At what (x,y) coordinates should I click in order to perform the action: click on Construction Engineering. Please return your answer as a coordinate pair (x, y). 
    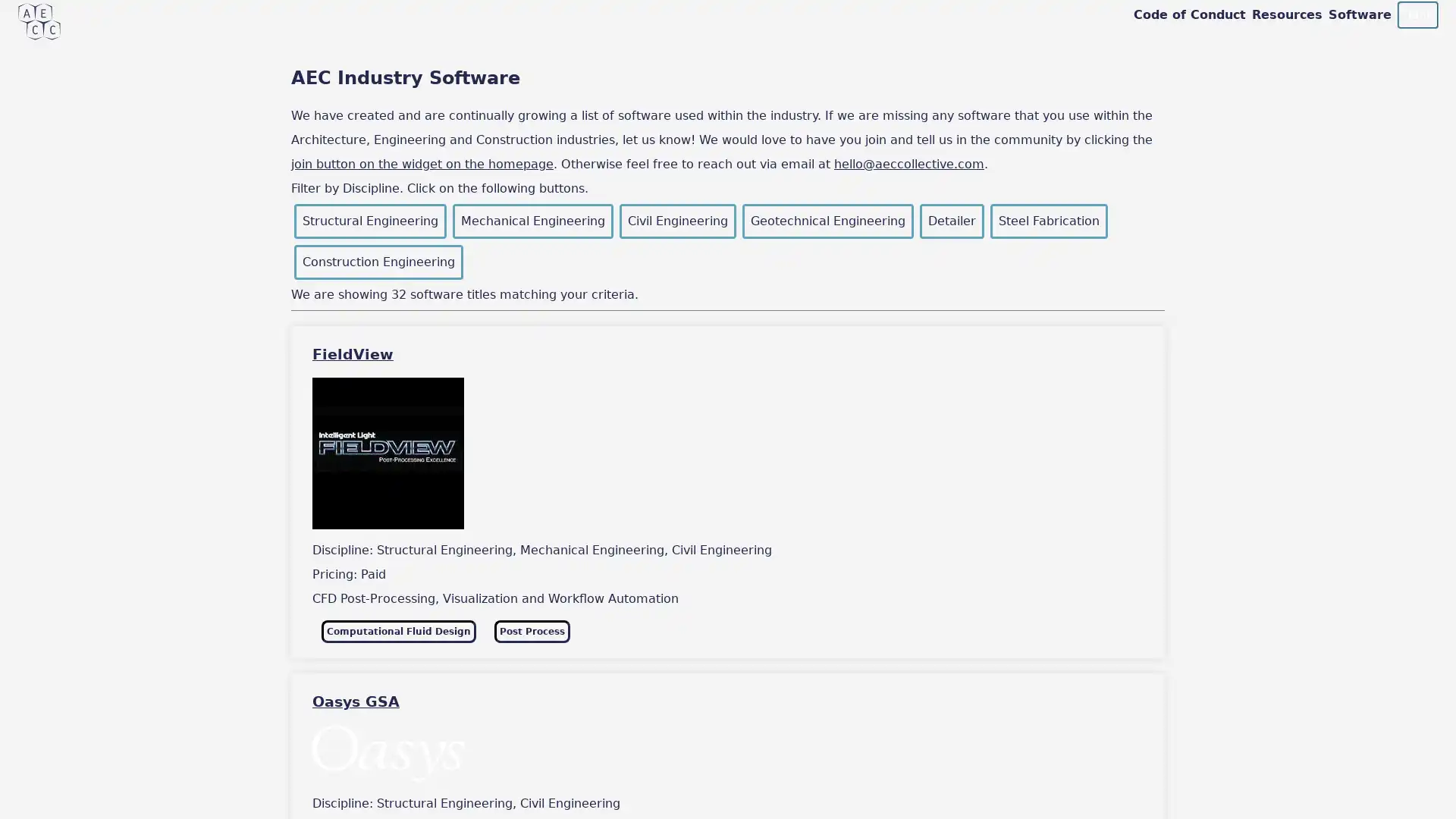
    Looking at the image, I should click on (378, 262).